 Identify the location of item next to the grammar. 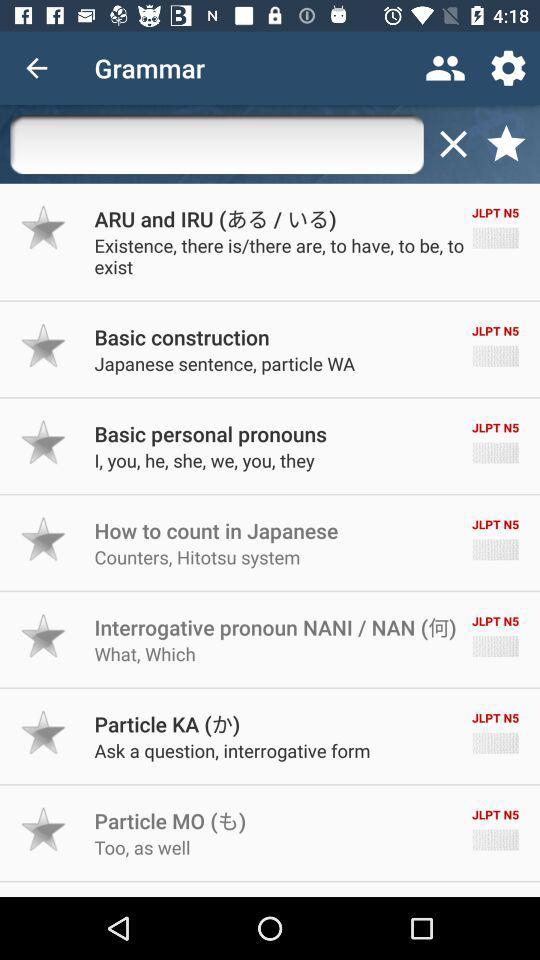
(36, 68).